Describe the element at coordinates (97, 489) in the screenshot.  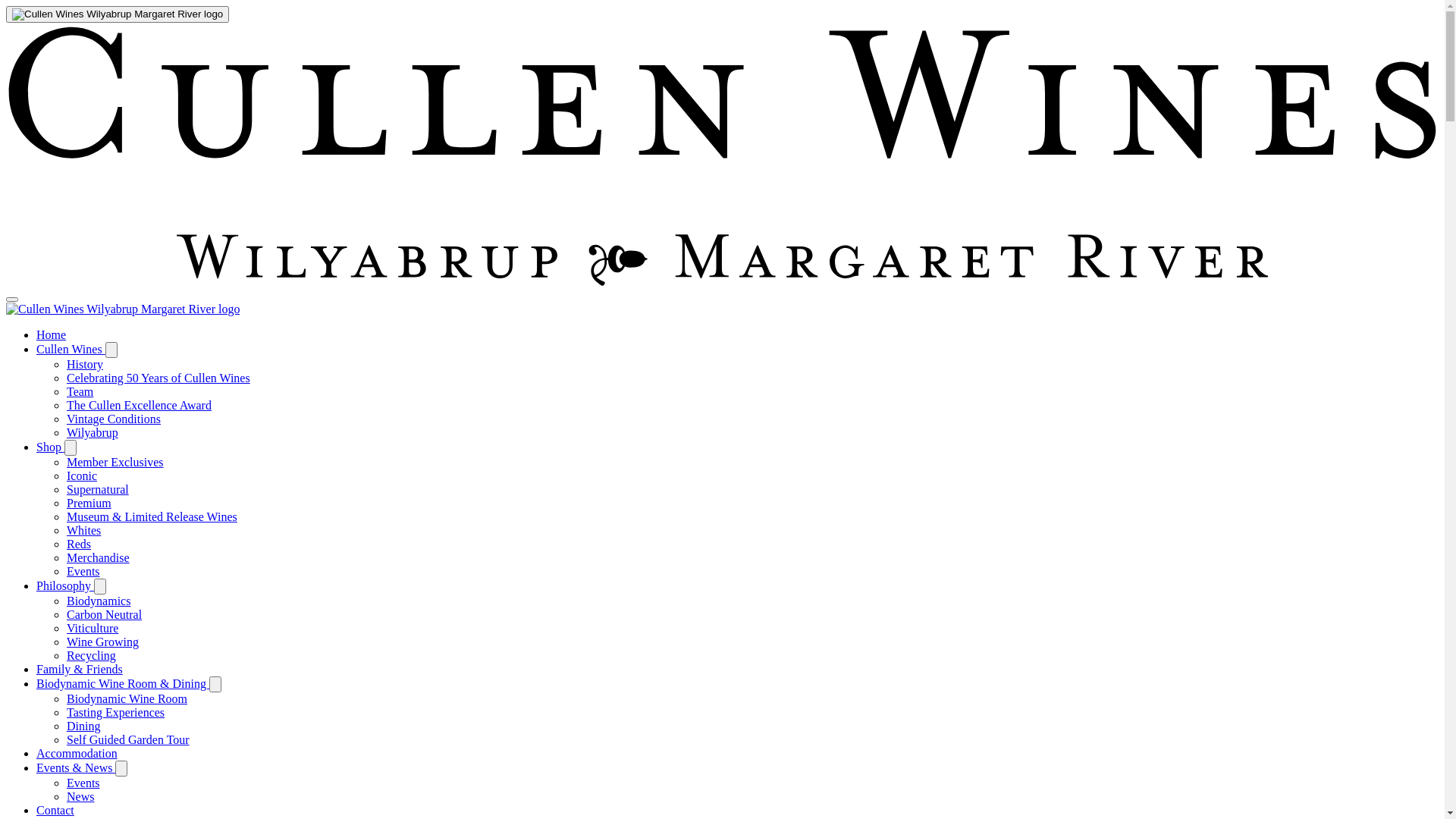
I see `'Supernatural'` at that location.